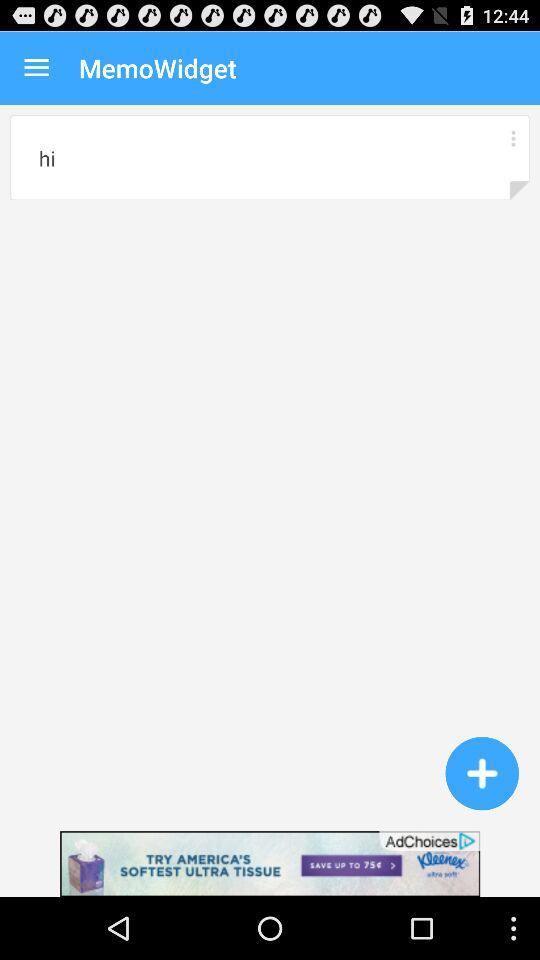  What do you see at coordinates (513, 137) in the screenshot?
I see `manu` at bounding box center [513, 137].